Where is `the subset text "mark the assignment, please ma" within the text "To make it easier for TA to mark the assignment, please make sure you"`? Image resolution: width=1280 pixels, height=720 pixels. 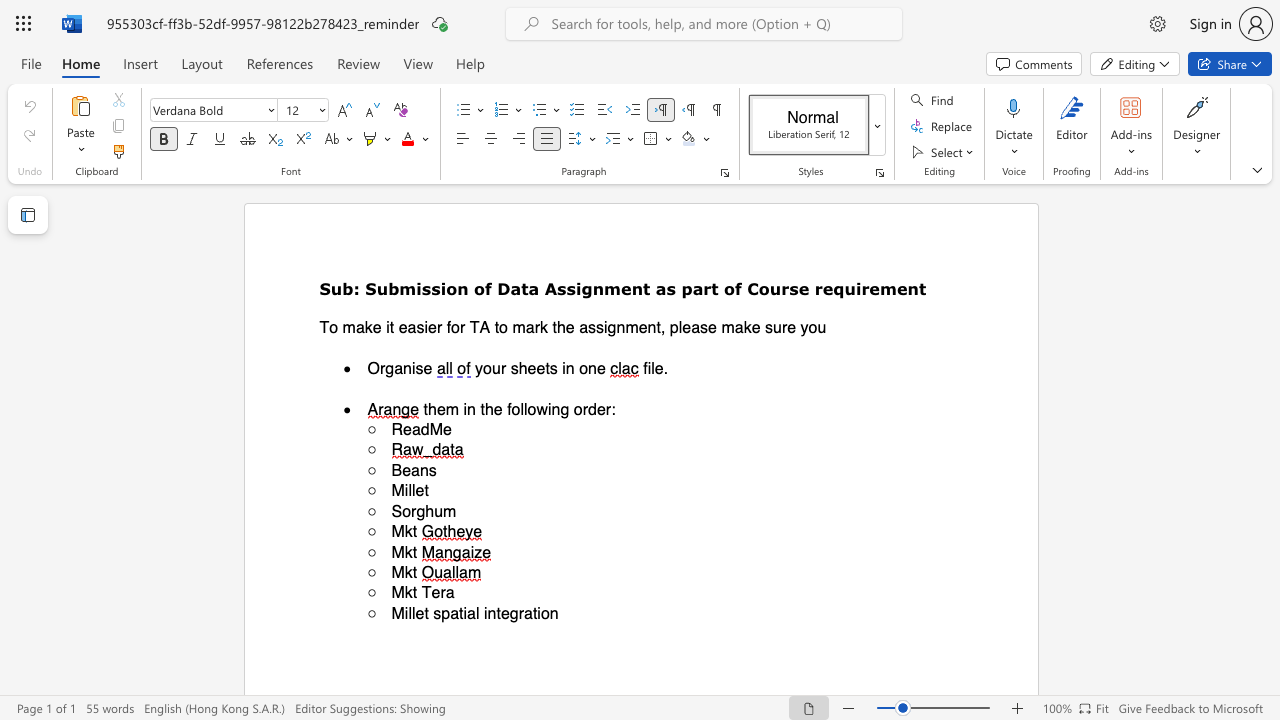
the subset text "mark the assignment, please ma" within the text "To make it easier for TA to mark the assignment, please make sure you" is located at coordinates (512, 326).